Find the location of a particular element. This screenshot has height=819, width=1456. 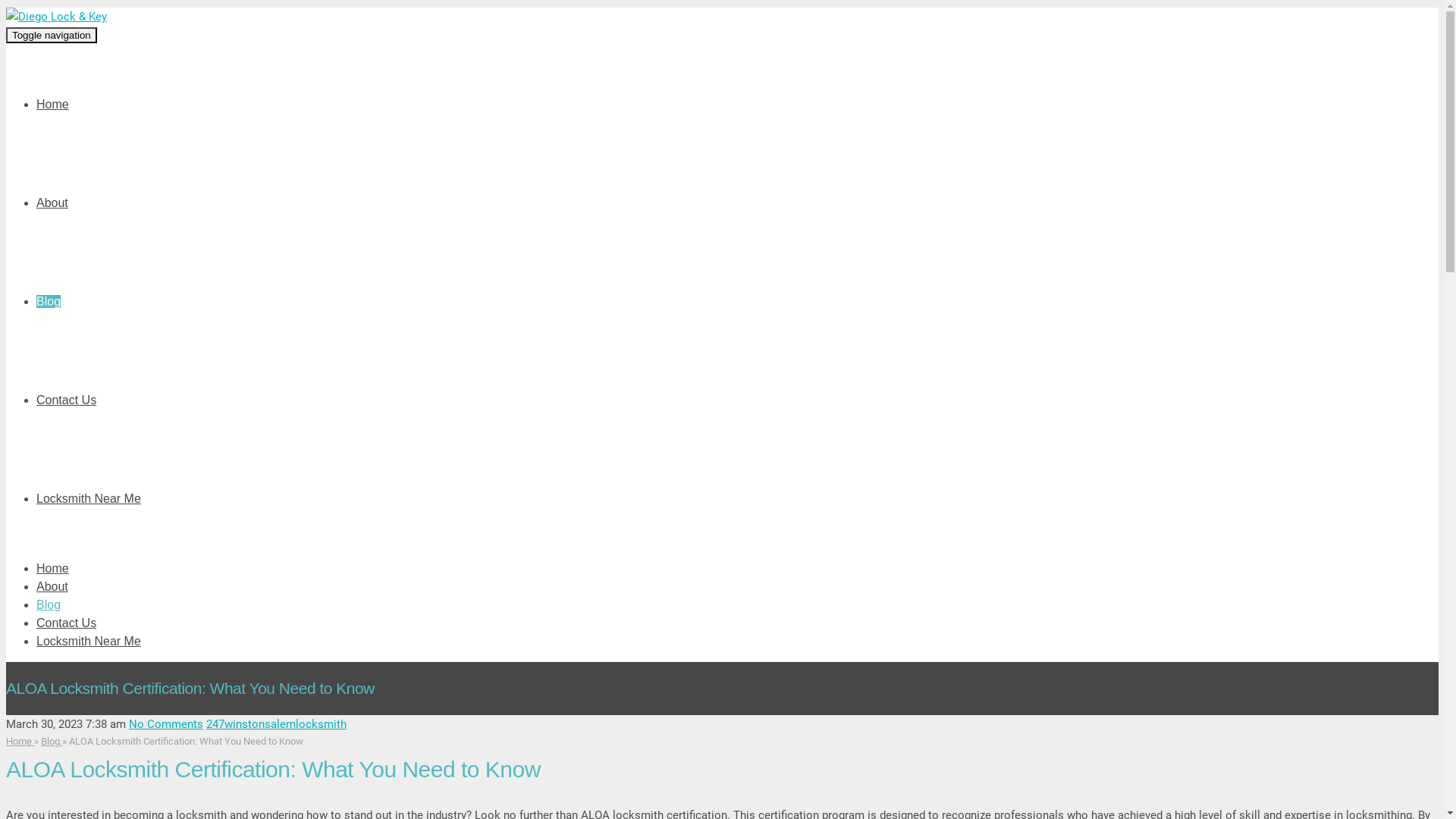

'No Comments' is located at coordinates (166, 723).